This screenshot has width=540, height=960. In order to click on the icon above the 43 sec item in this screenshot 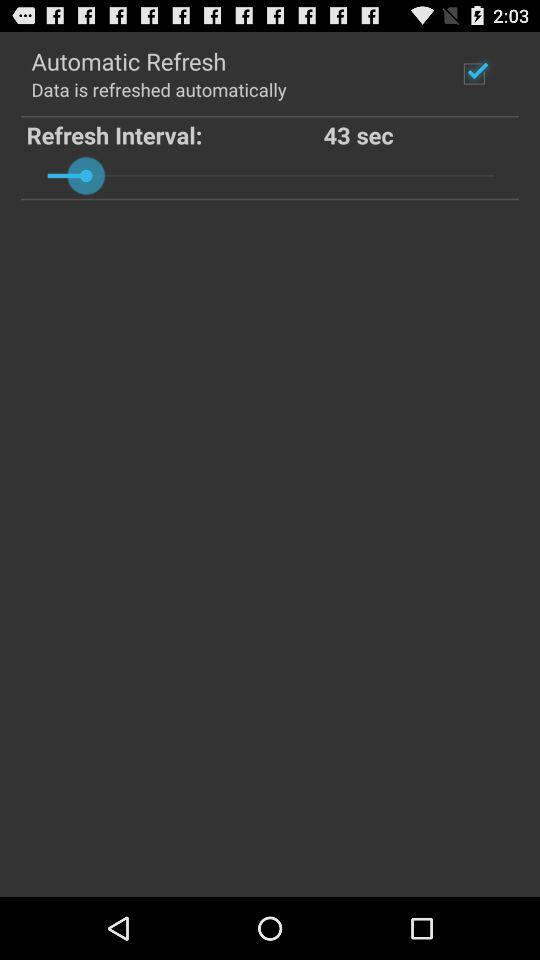, I will do `click(473, 73)`.